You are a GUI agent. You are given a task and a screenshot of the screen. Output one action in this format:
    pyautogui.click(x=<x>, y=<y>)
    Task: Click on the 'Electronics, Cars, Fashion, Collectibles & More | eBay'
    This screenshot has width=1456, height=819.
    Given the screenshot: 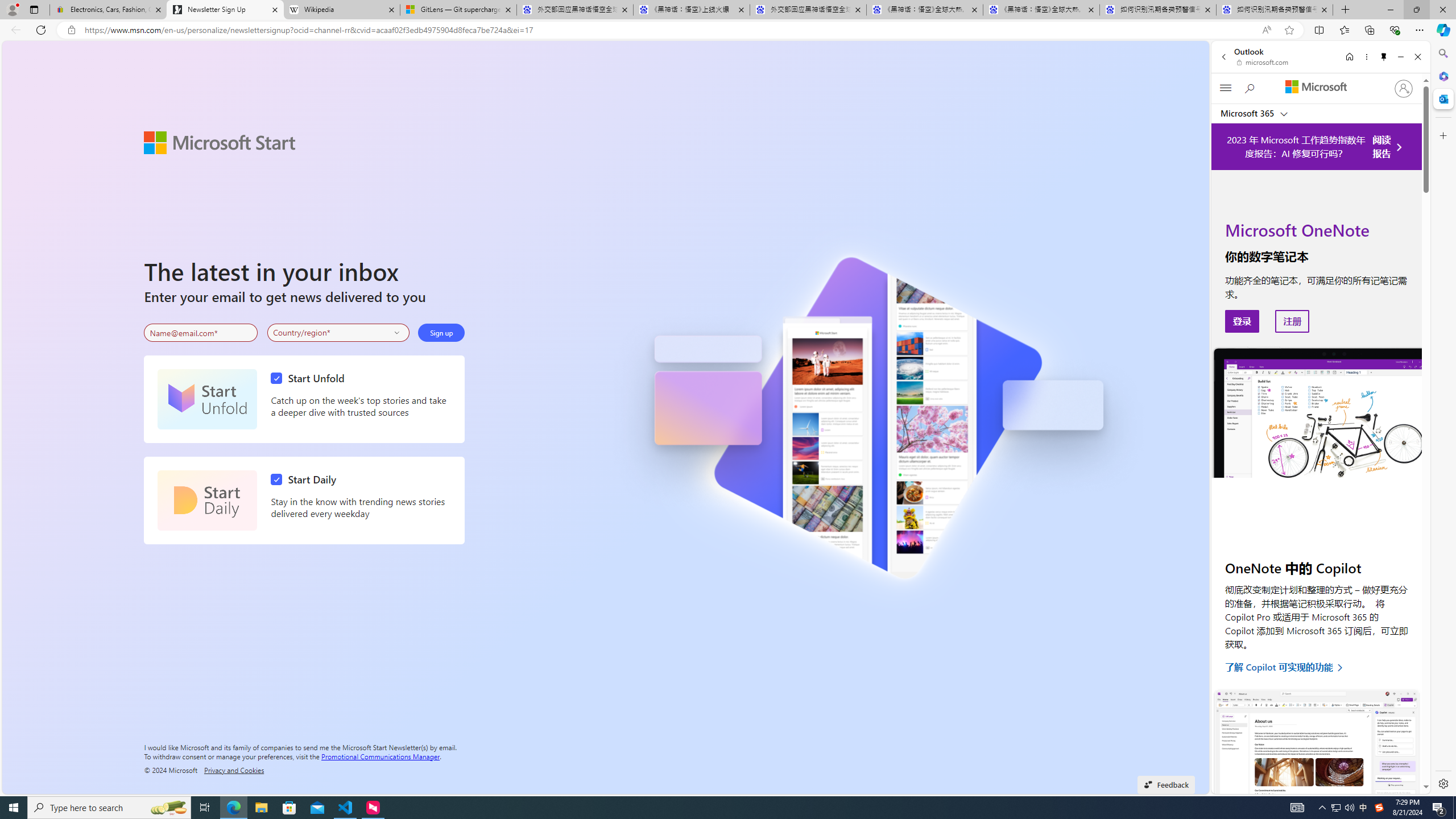 What is the action you would take?
    pyautogui.click(x=107, y=9)
    